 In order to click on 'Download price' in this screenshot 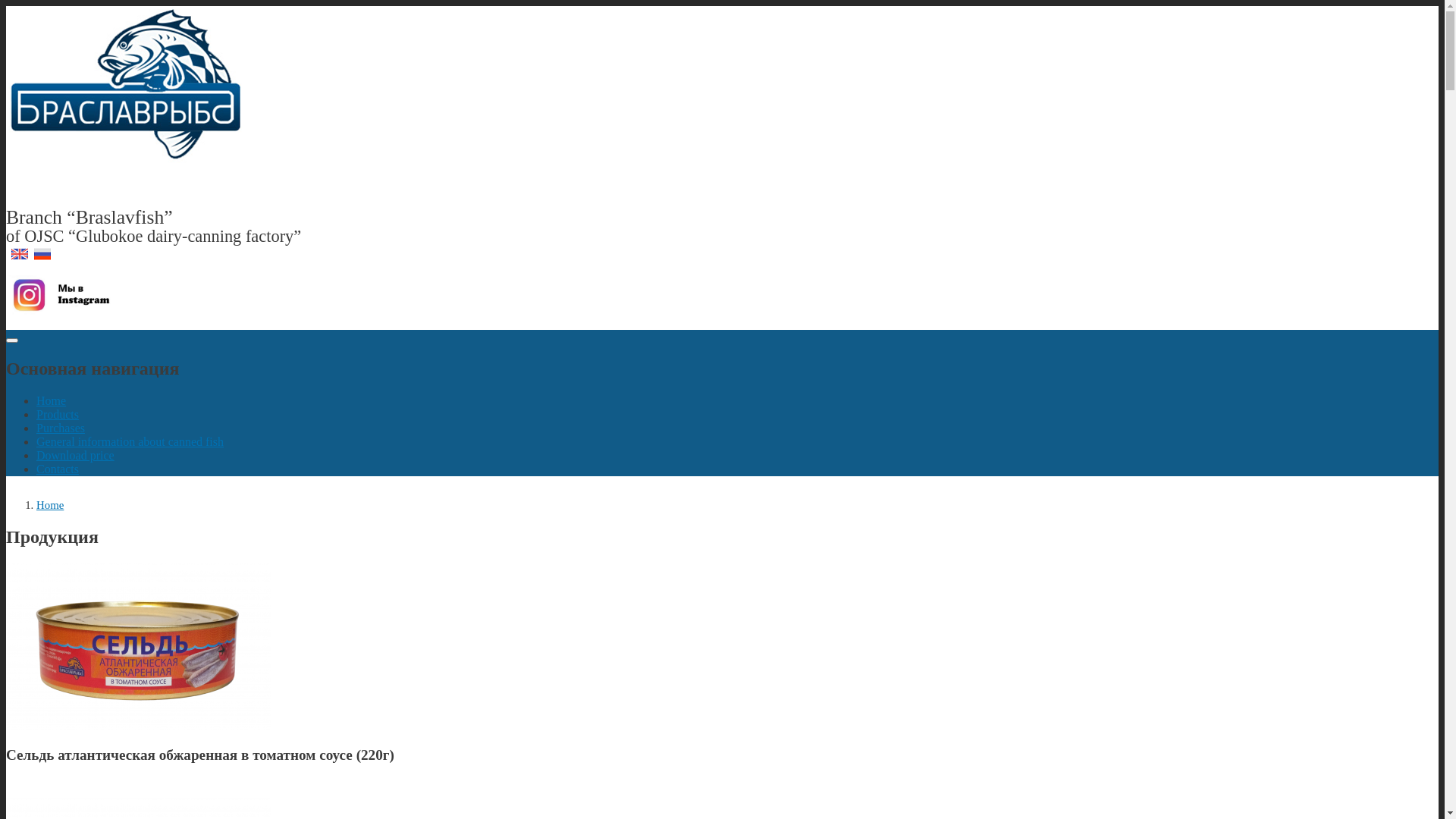, I will do `click(74, 454)`.